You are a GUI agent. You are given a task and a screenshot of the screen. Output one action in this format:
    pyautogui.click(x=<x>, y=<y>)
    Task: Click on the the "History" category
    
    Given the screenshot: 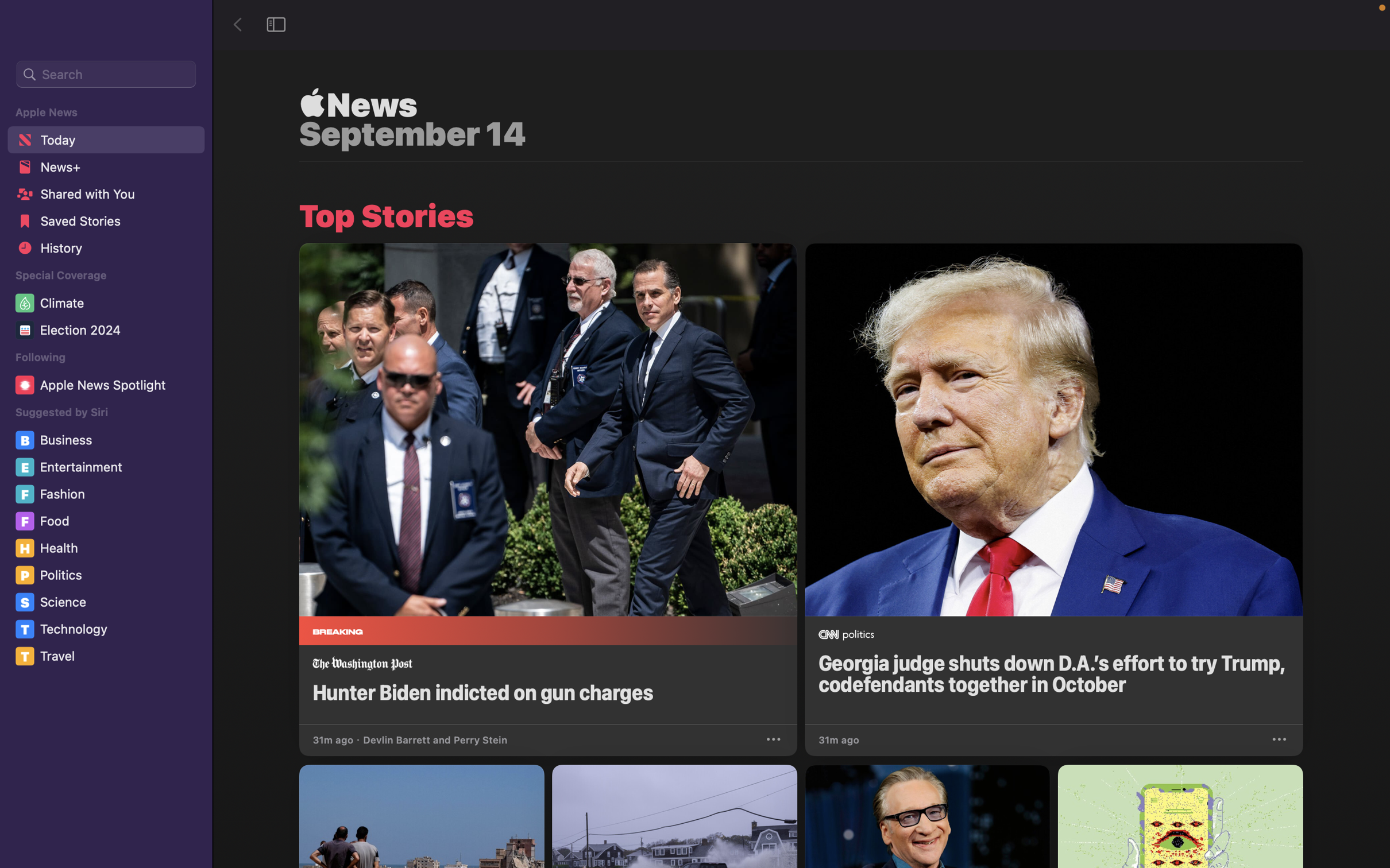 What is the action you would take?
    pyautogui.click(x=105, y=251)
    